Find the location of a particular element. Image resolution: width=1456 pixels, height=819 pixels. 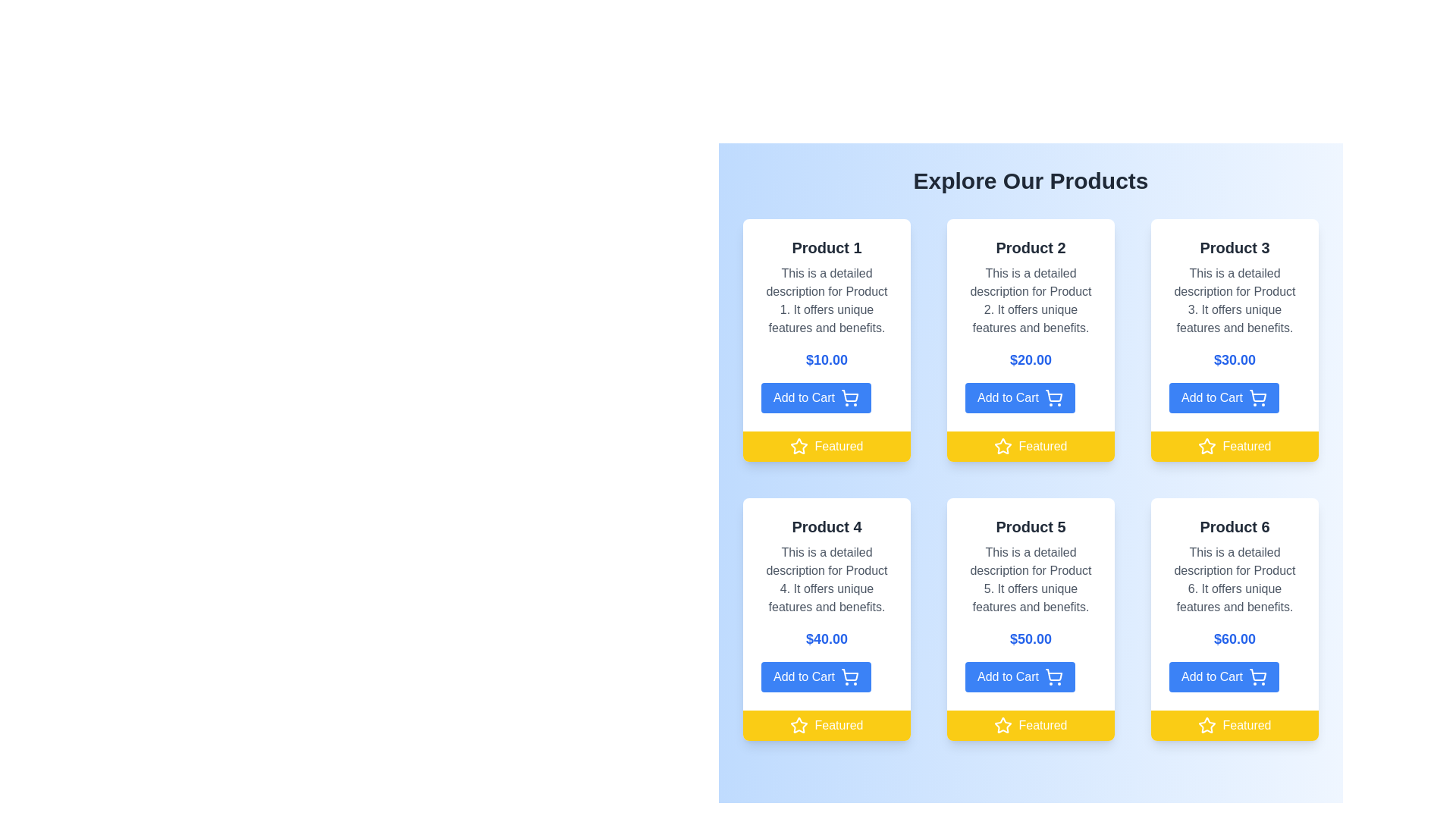

the static text block that describes the features and benefits of 'Product 4', located directly below the title within its card in the bottom-left section of the grid of products is located at coordinates (826, 579).